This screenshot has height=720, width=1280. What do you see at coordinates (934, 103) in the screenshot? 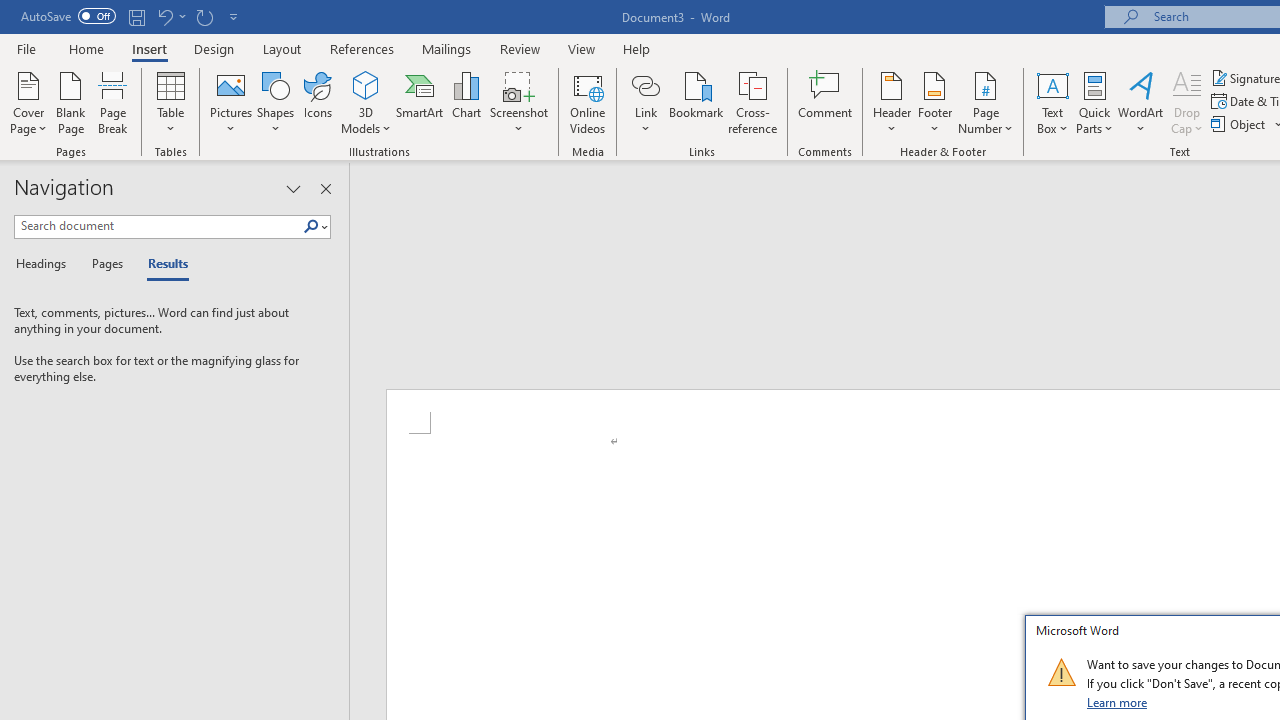
I see `'Footer'` at bounding box center [934, 103].